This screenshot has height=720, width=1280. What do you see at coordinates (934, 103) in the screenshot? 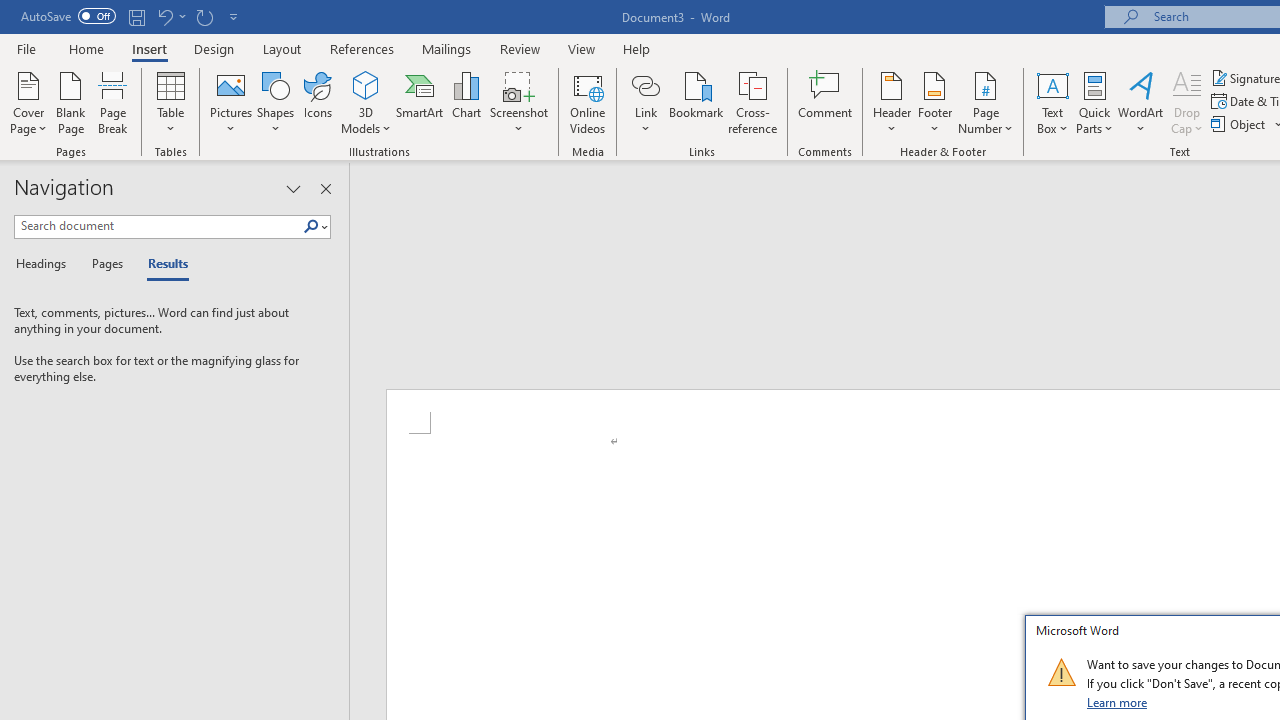
I see `'Footer'` at bounding box center [934, 103].